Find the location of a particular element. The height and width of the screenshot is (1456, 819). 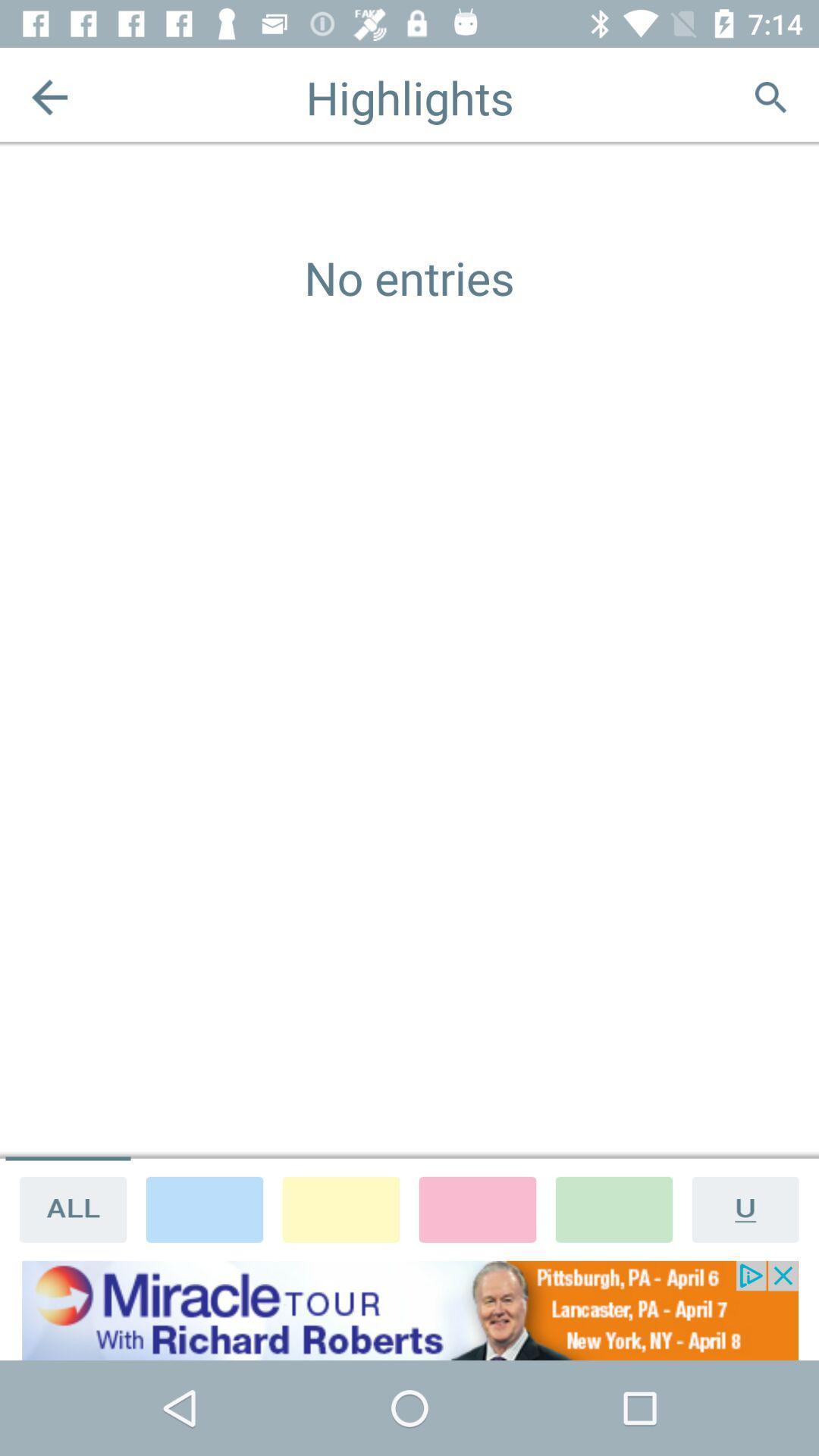

the arrow_backward icon is located at coordinates (49, 96).